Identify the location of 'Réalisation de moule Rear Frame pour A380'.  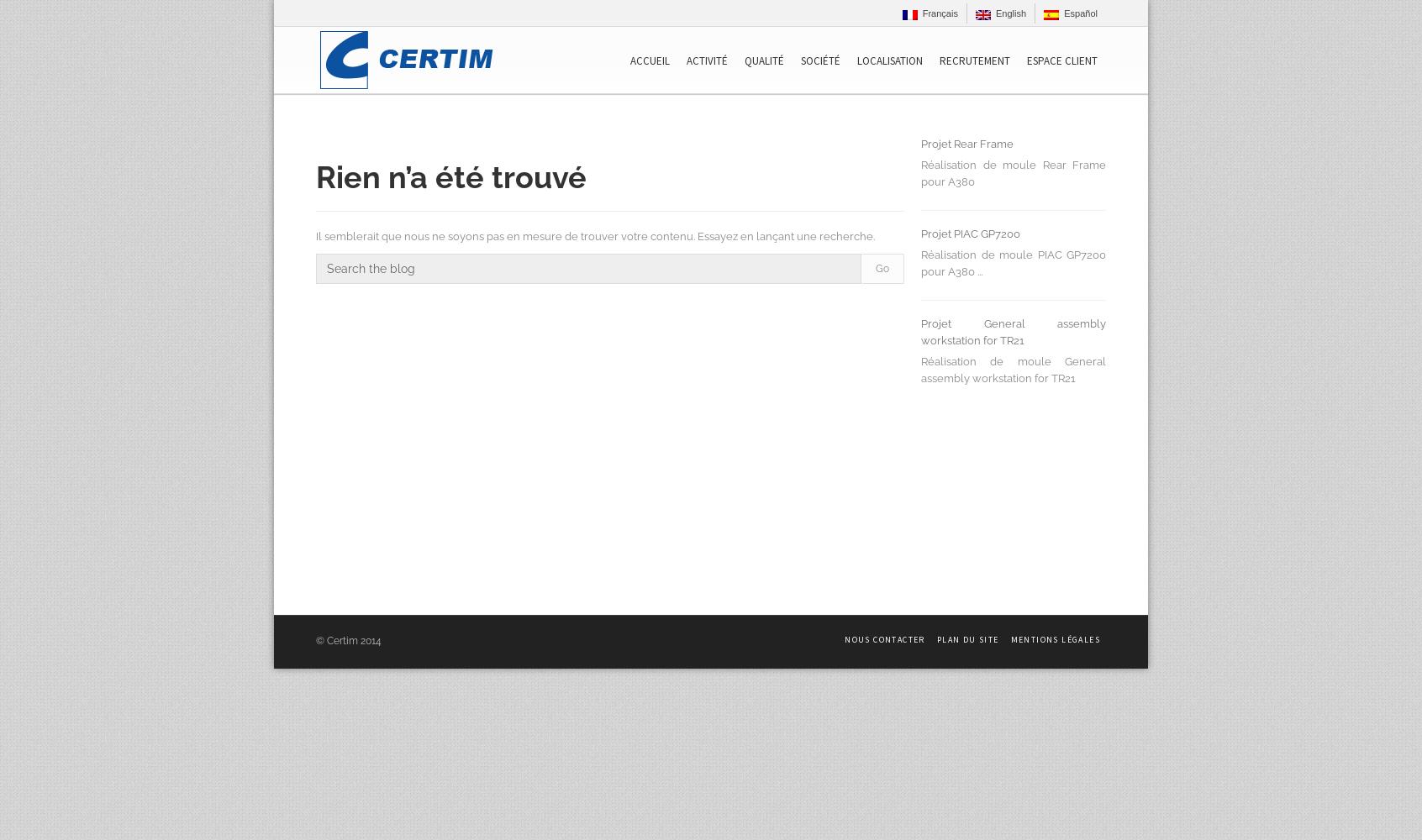
(921, 172).